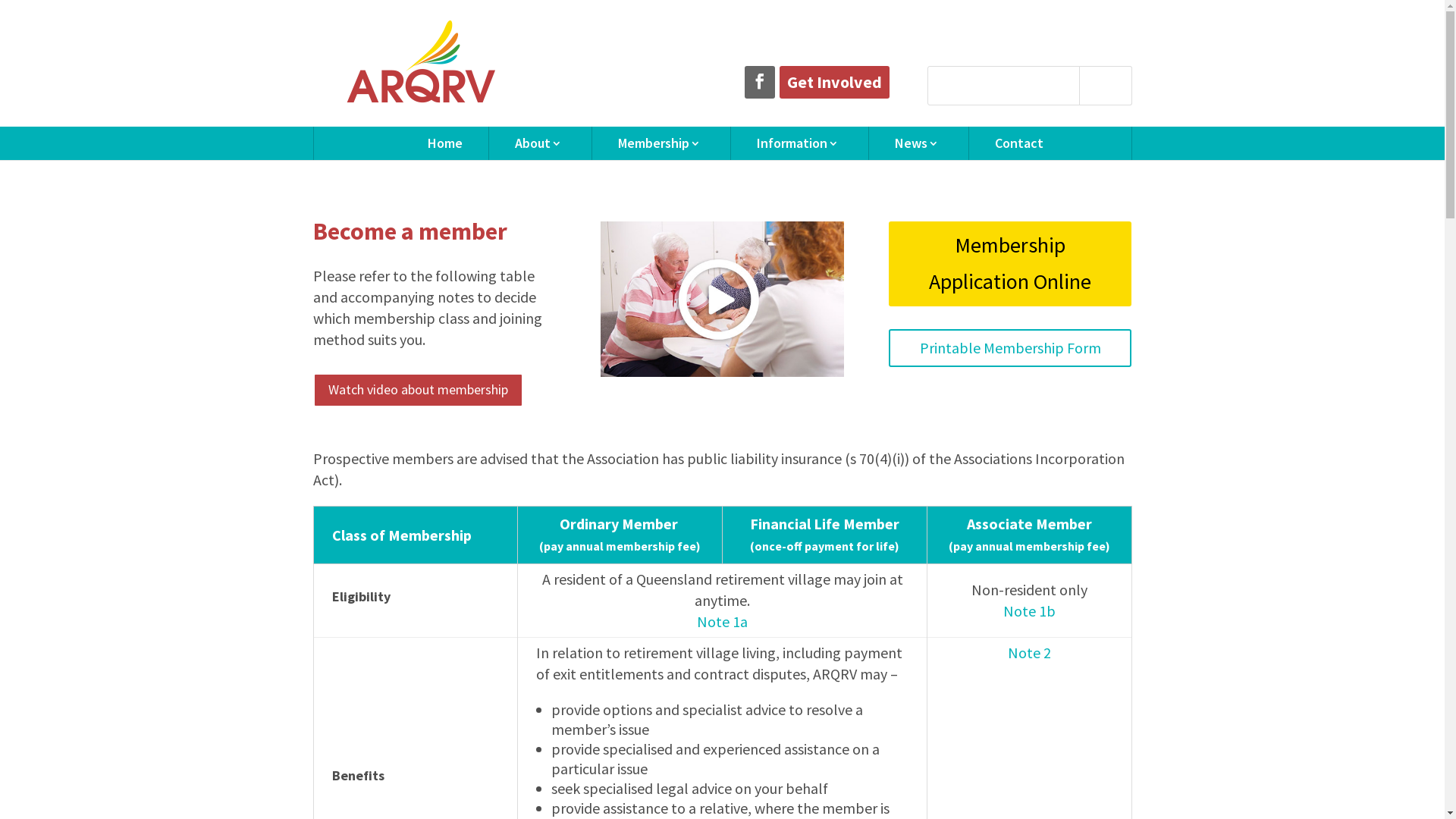 The image size is (1456, 819). What do you see at coordinates (833, 82) in the screenshot?
I see `'Get Involved'` at bounding box center [833, 82].